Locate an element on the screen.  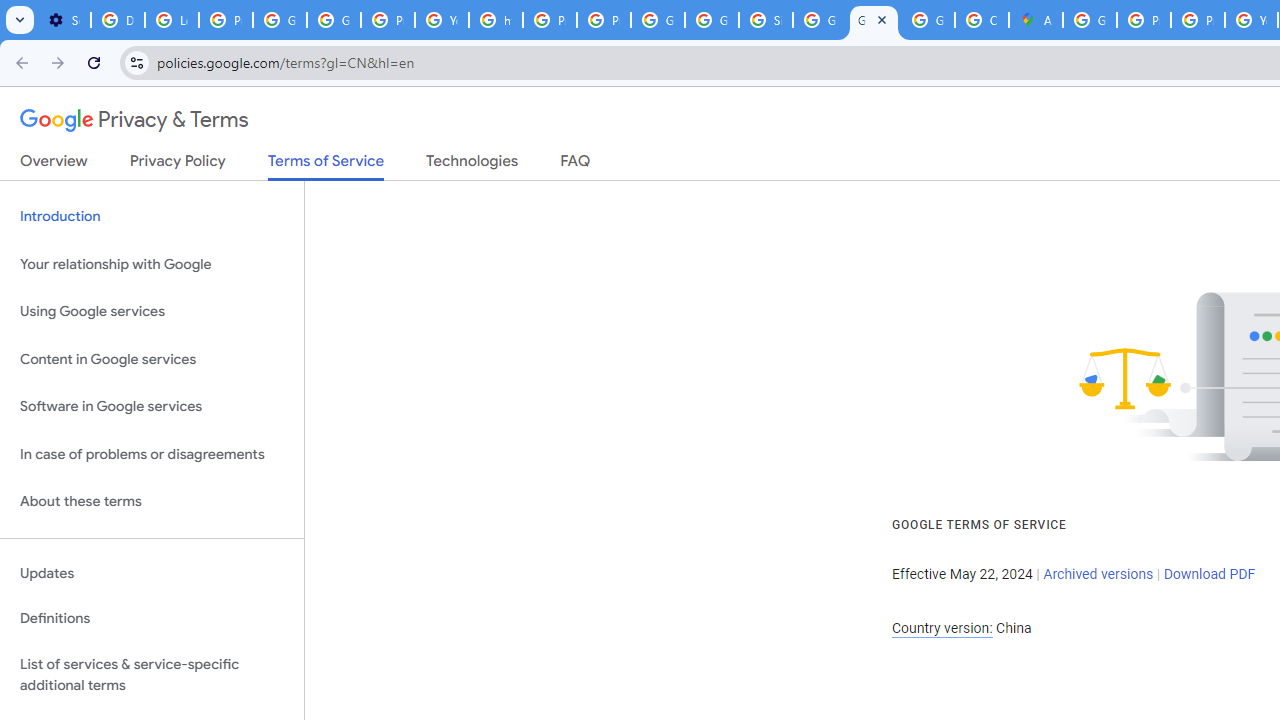
'Create your Google Account' is located at coordinates (981, 20).